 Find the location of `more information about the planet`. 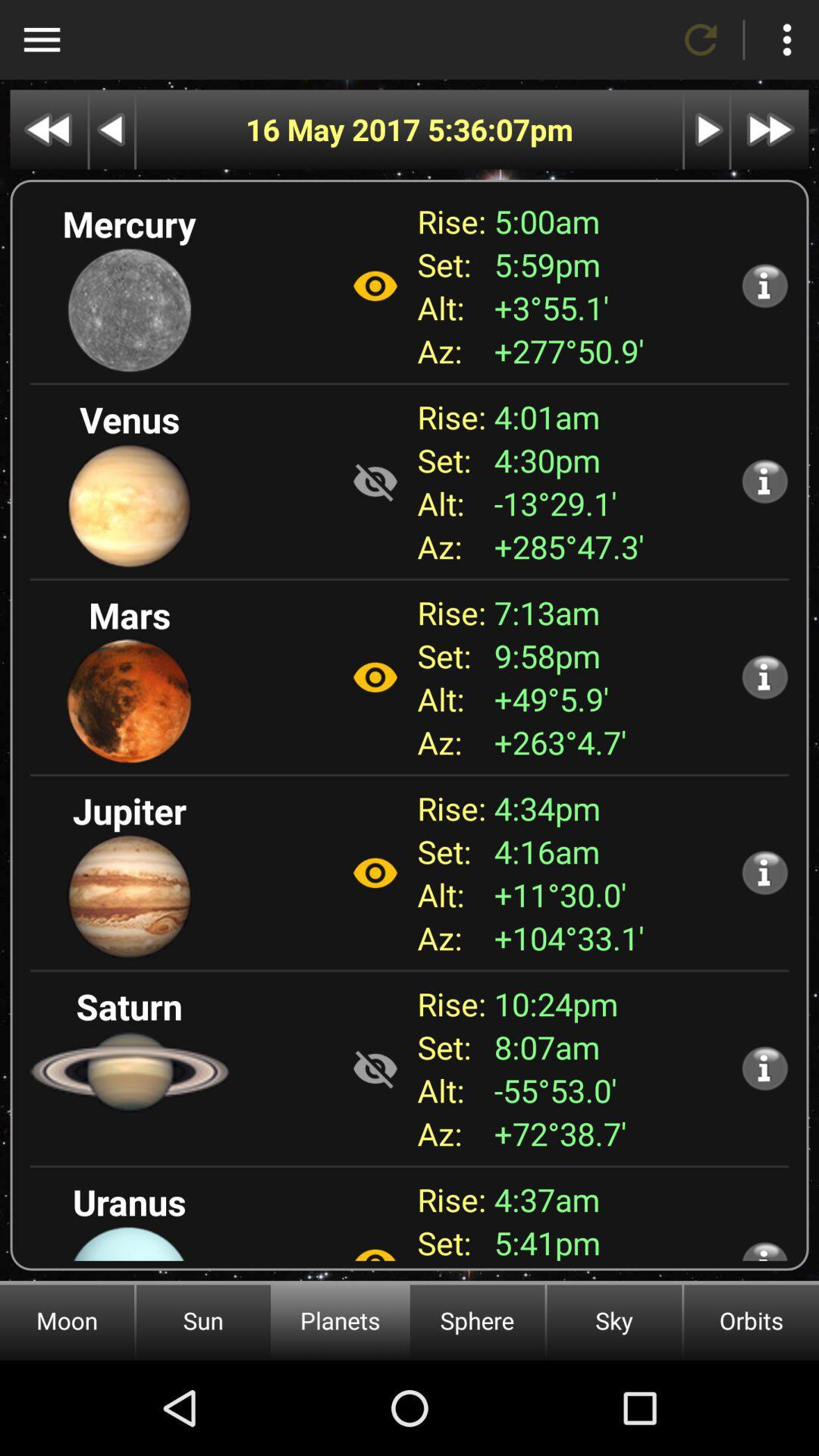

more information about the planet is located at coordinates (764, 872).